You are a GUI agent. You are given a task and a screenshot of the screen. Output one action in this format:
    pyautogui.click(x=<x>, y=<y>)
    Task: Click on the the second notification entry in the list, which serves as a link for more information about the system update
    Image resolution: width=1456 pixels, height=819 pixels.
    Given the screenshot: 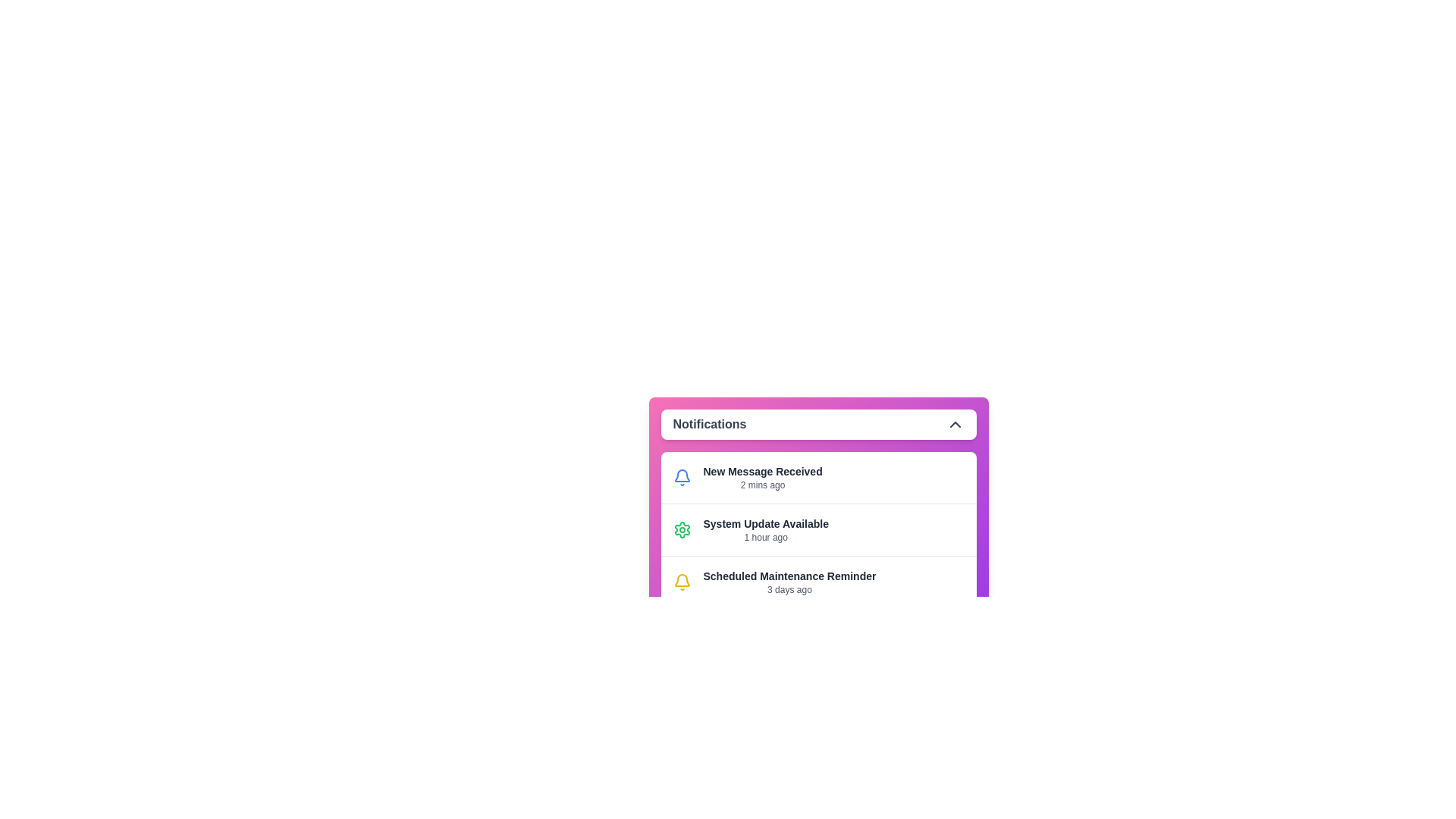 What is the action you would take?
    pyautogui.click(x=765, y=529)
    